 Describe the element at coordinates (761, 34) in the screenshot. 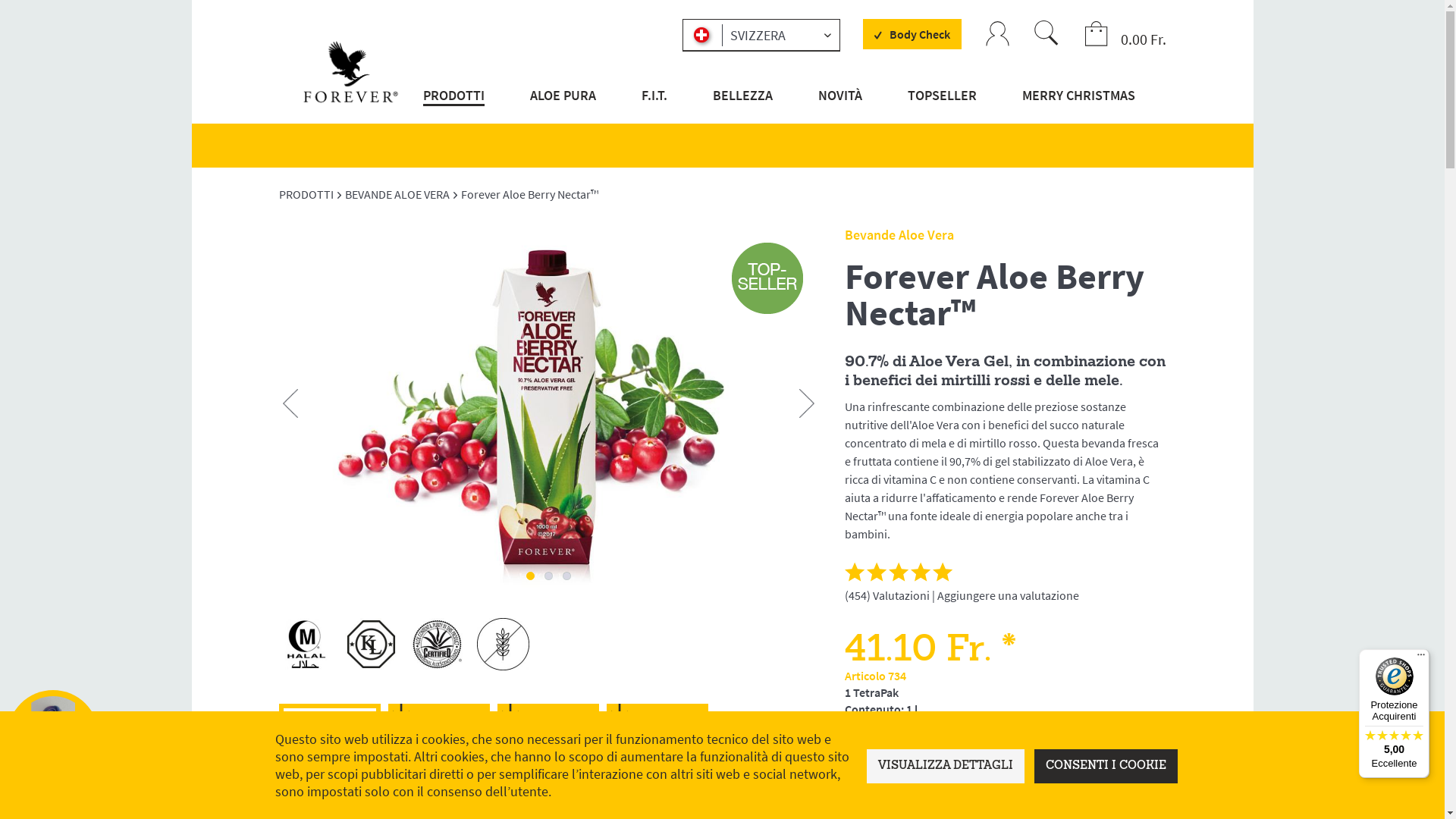

I see `'SVIZZERA'` at that location.